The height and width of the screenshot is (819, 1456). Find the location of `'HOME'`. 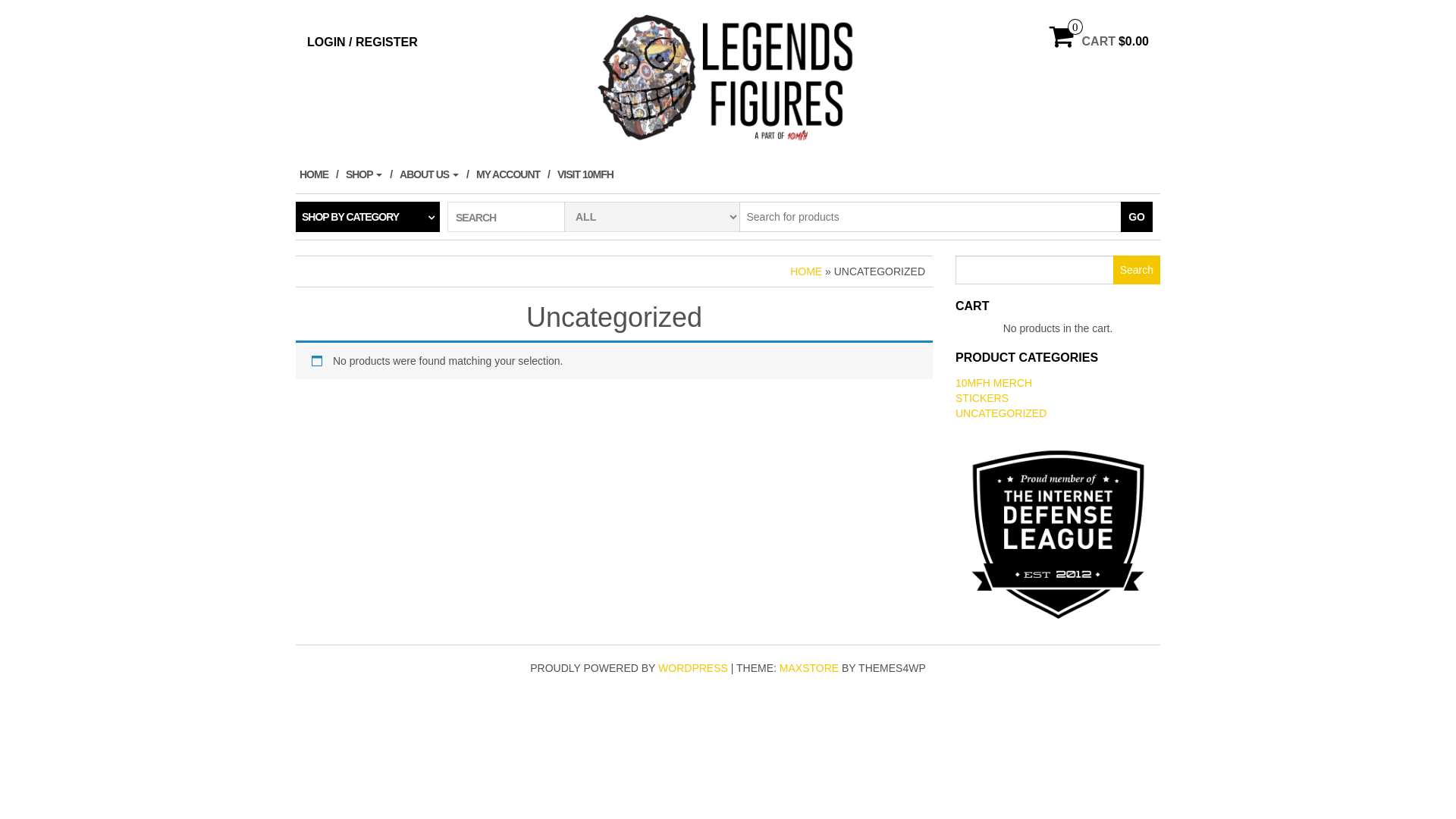

'HOME' is located at coordinates (318, 174).